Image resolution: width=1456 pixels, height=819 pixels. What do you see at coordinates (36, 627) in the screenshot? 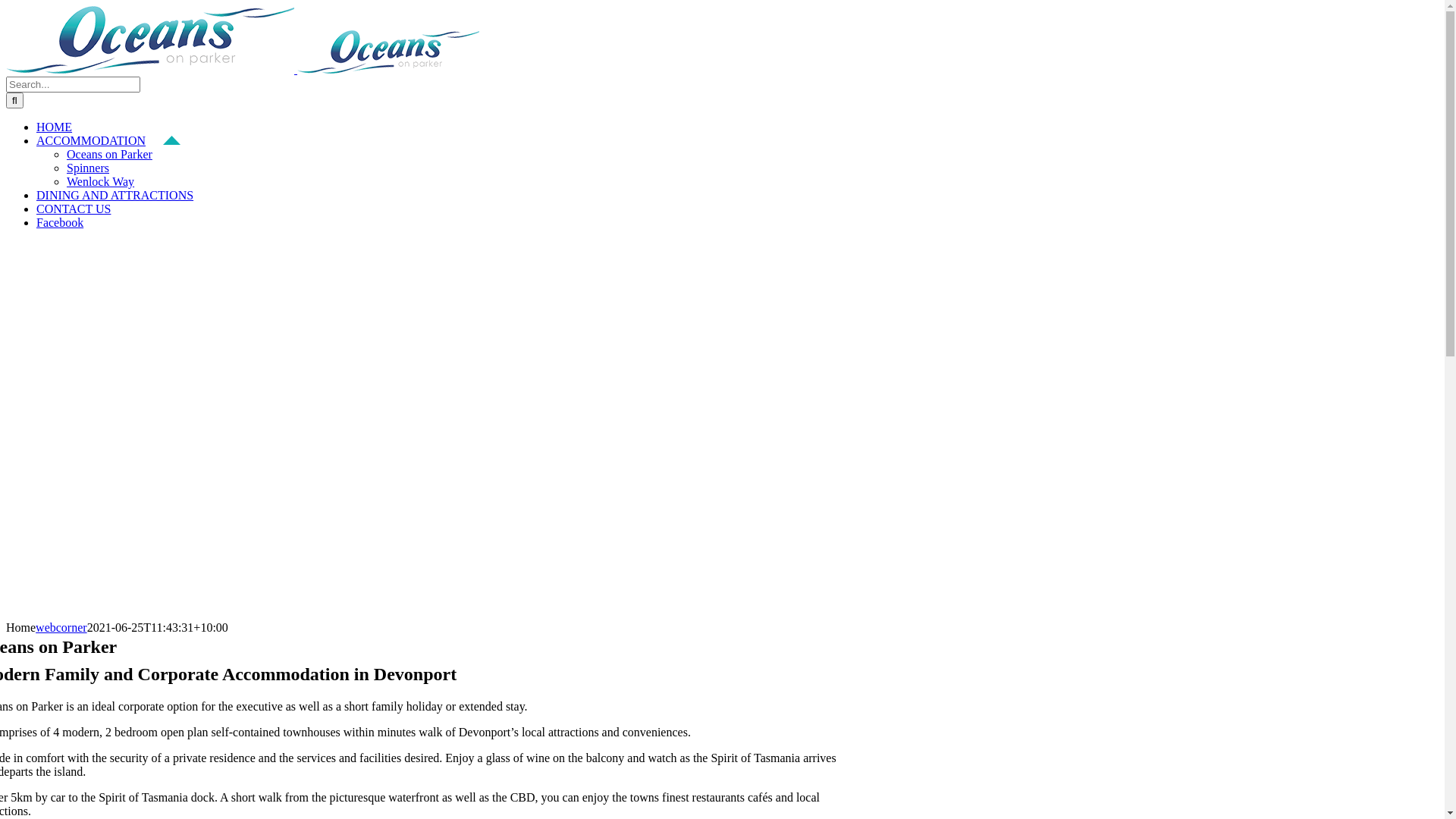
I see `'webcorner'` at bounding box center [36, 627].